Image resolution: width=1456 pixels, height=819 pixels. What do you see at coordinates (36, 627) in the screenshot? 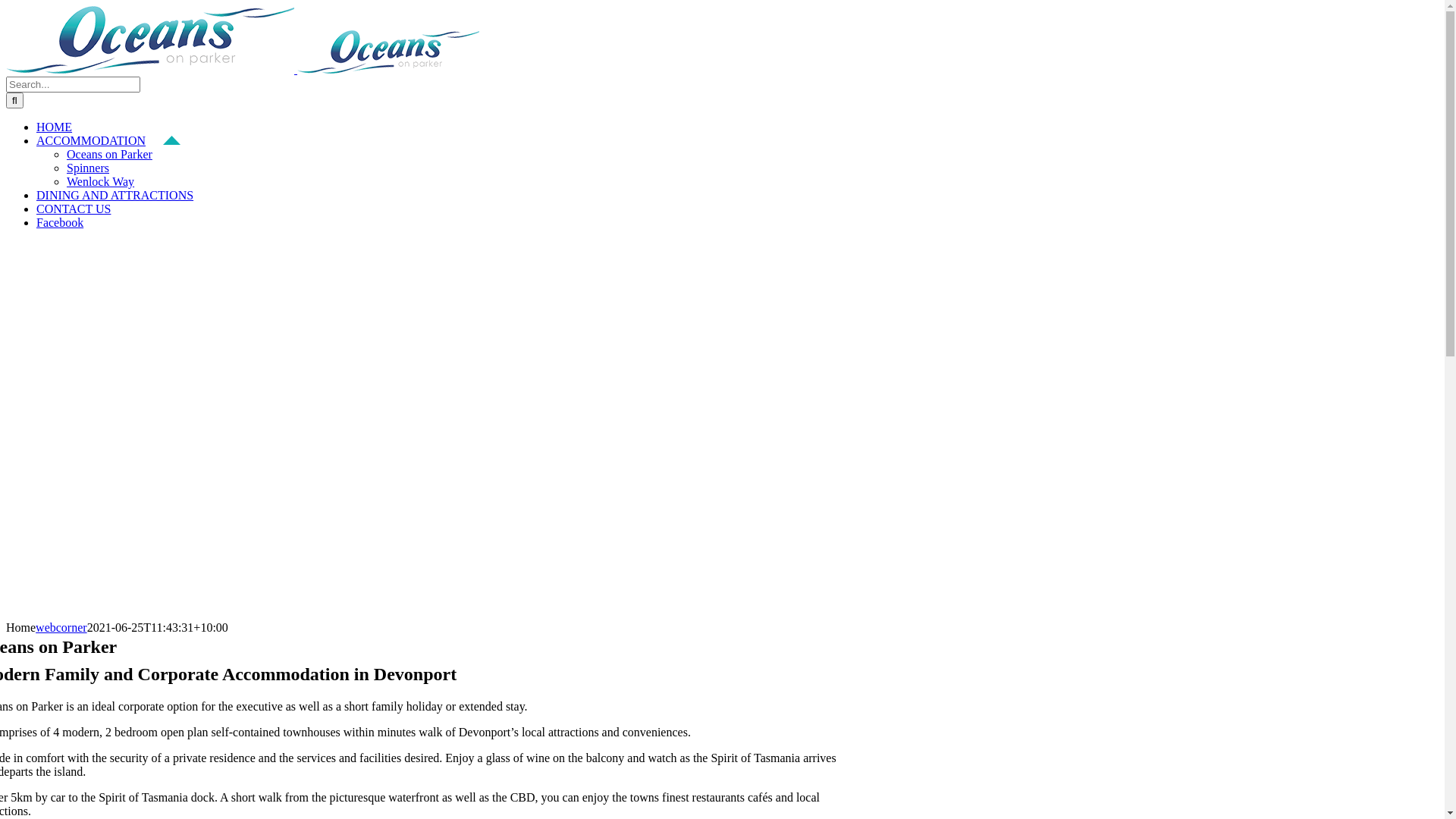
I see `'webcorner'` at bounding box center [36, 627].